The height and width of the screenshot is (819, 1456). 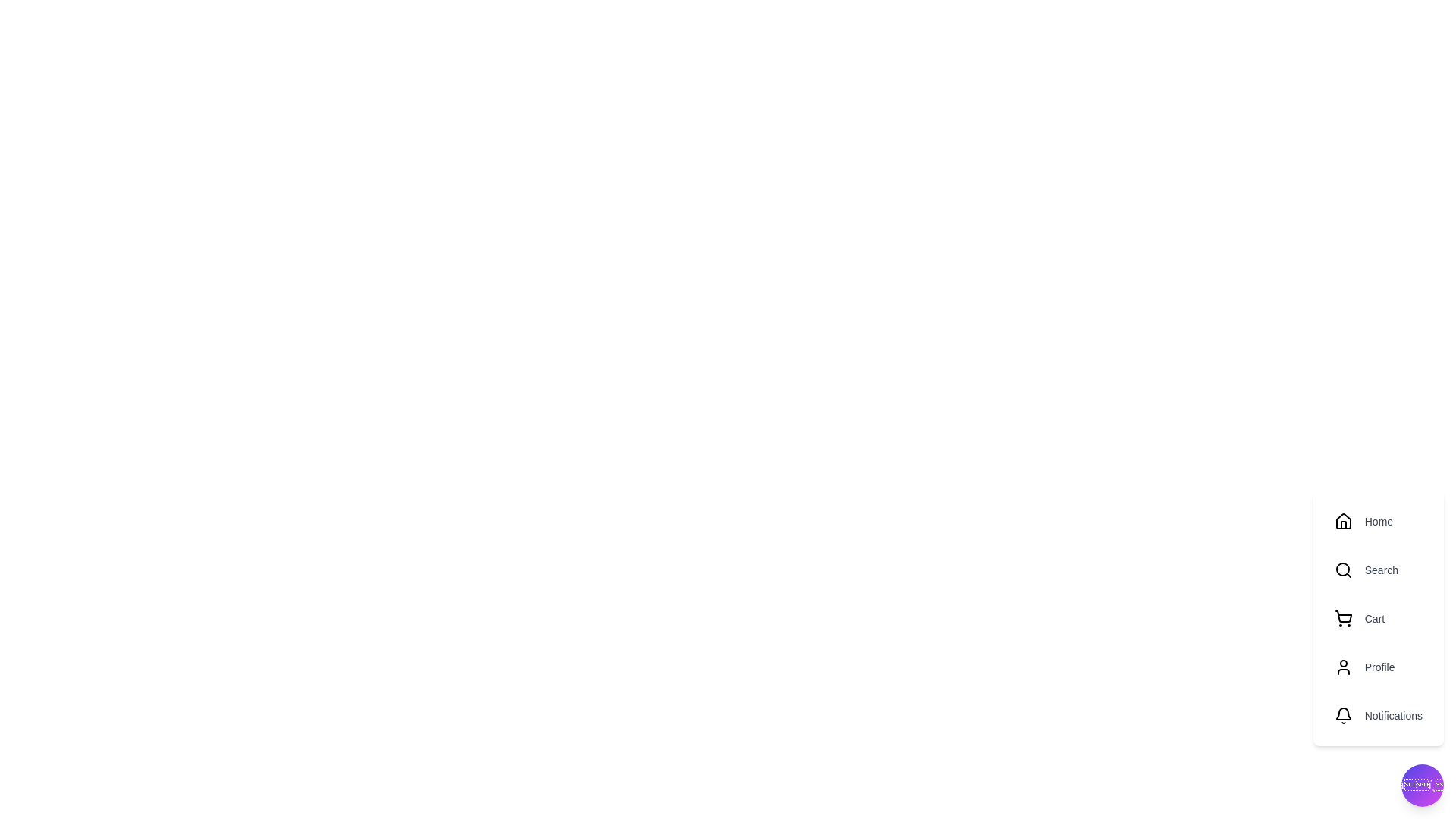 What do you see at coordinates (1378, 666) in the screenshot?
I see `the 'Profile' option in the menu` at bounding box center [1378, 666].